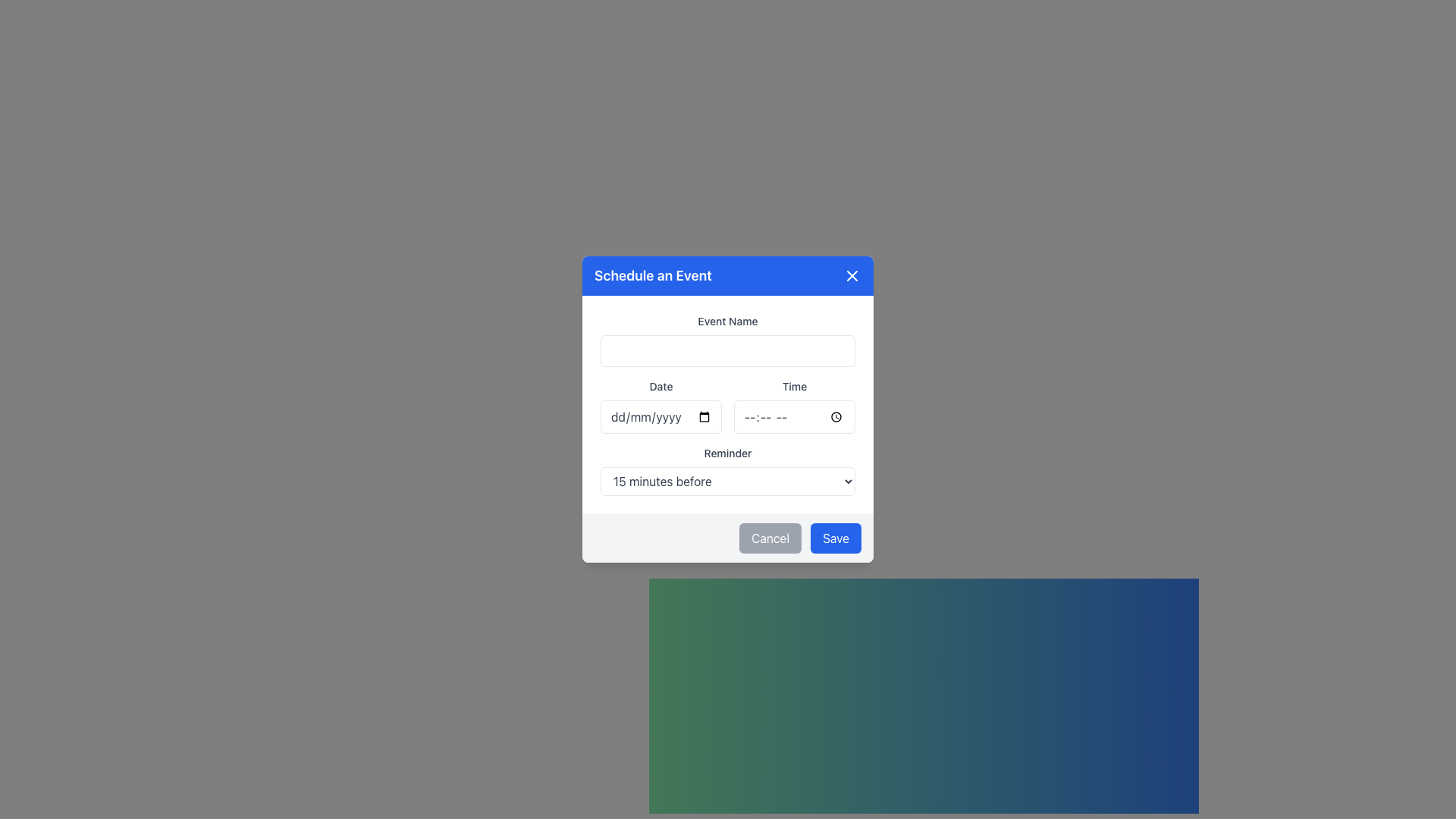 The image size is (1456, 819). I want to click on the close button located in the top-right corner of the blue title bar labeled 'Schedule an Event', so click(852, 275).